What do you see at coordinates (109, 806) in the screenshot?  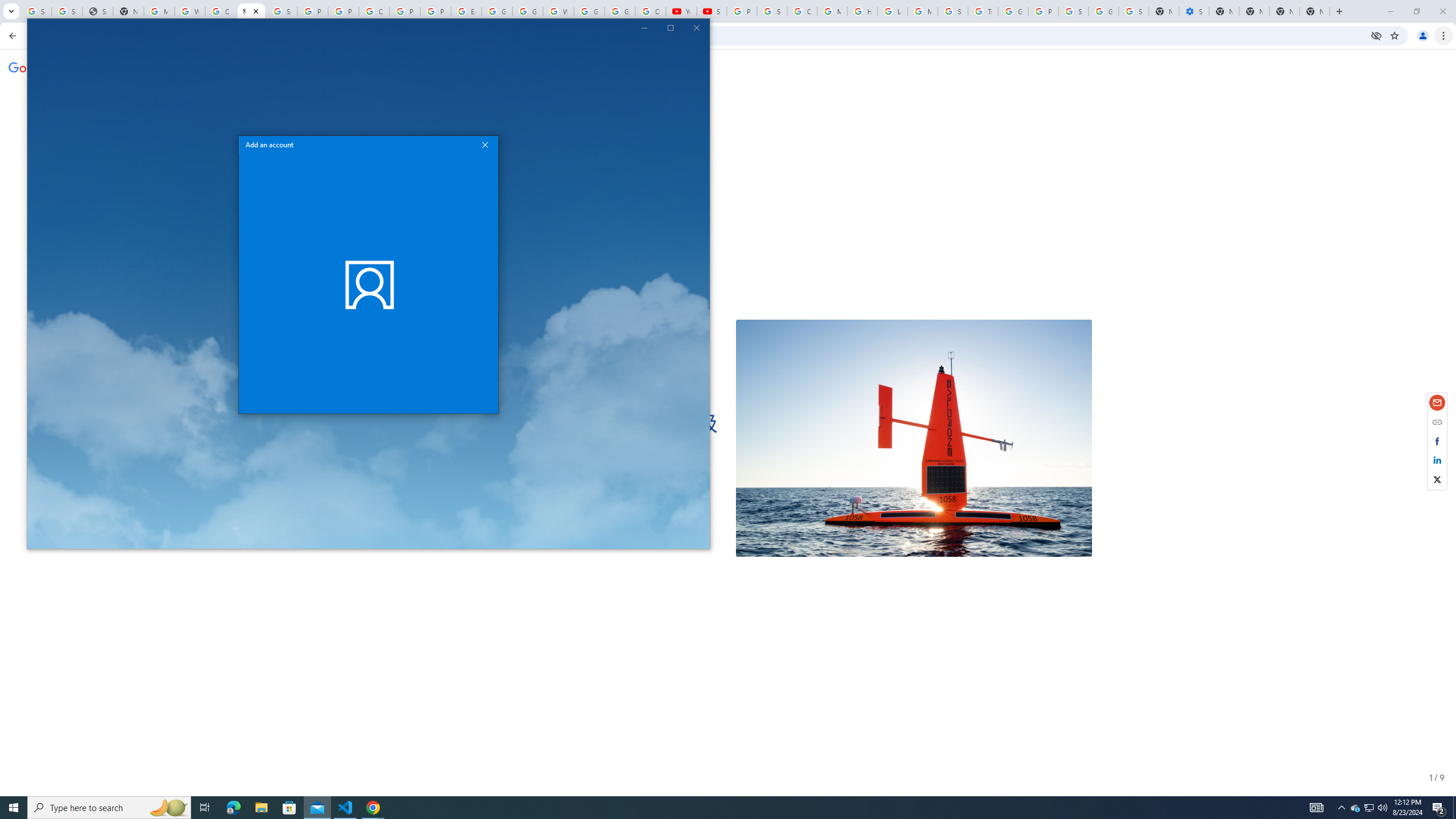 I see `'Type here to search'` at bounding box center [109, 806].